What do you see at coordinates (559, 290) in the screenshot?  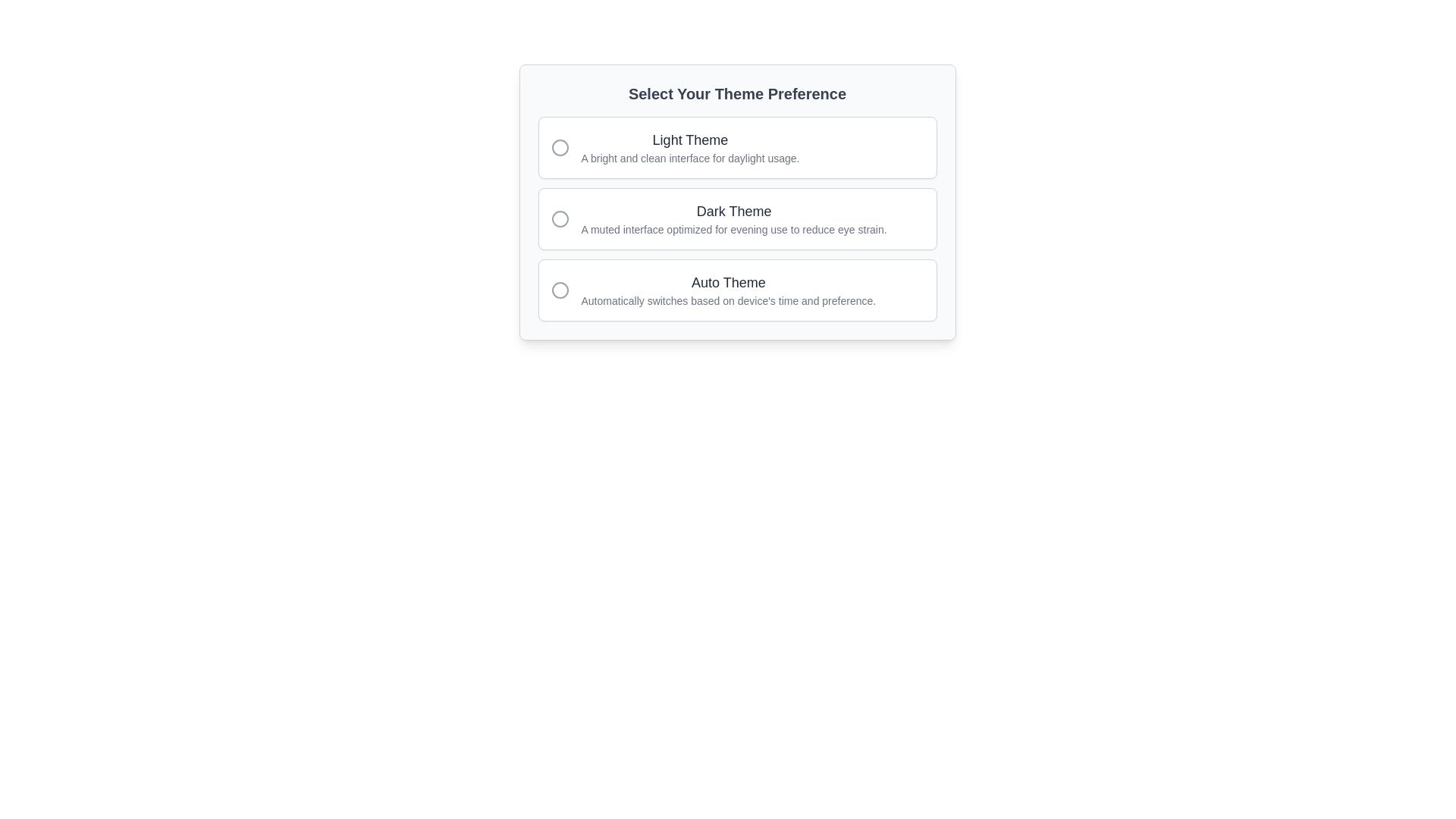 I see `the circular Radio Icon located to the left of the 'Auto Theme' option` at bounding box center [559, 290].